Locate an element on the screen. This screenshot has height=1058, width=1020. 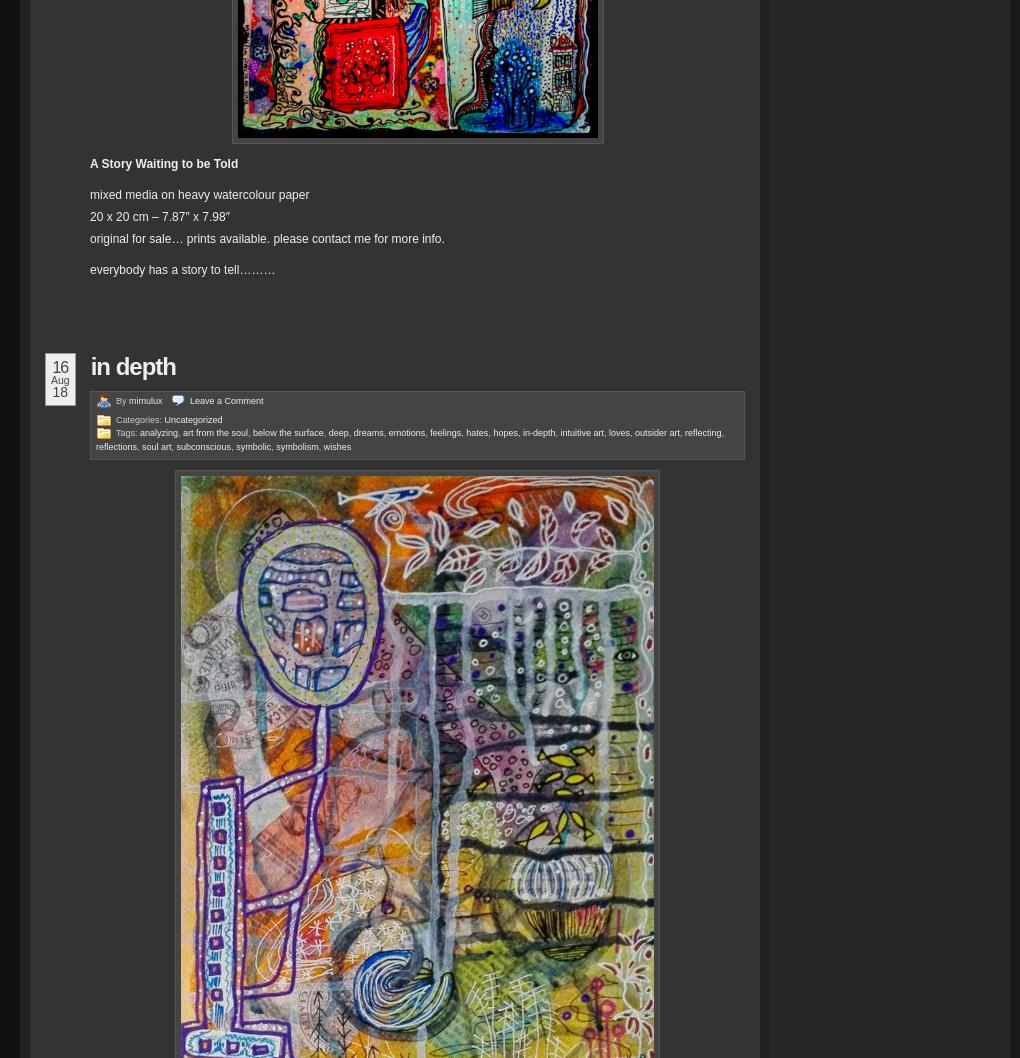
'intuitive art' is located at coordinates (582, 433).